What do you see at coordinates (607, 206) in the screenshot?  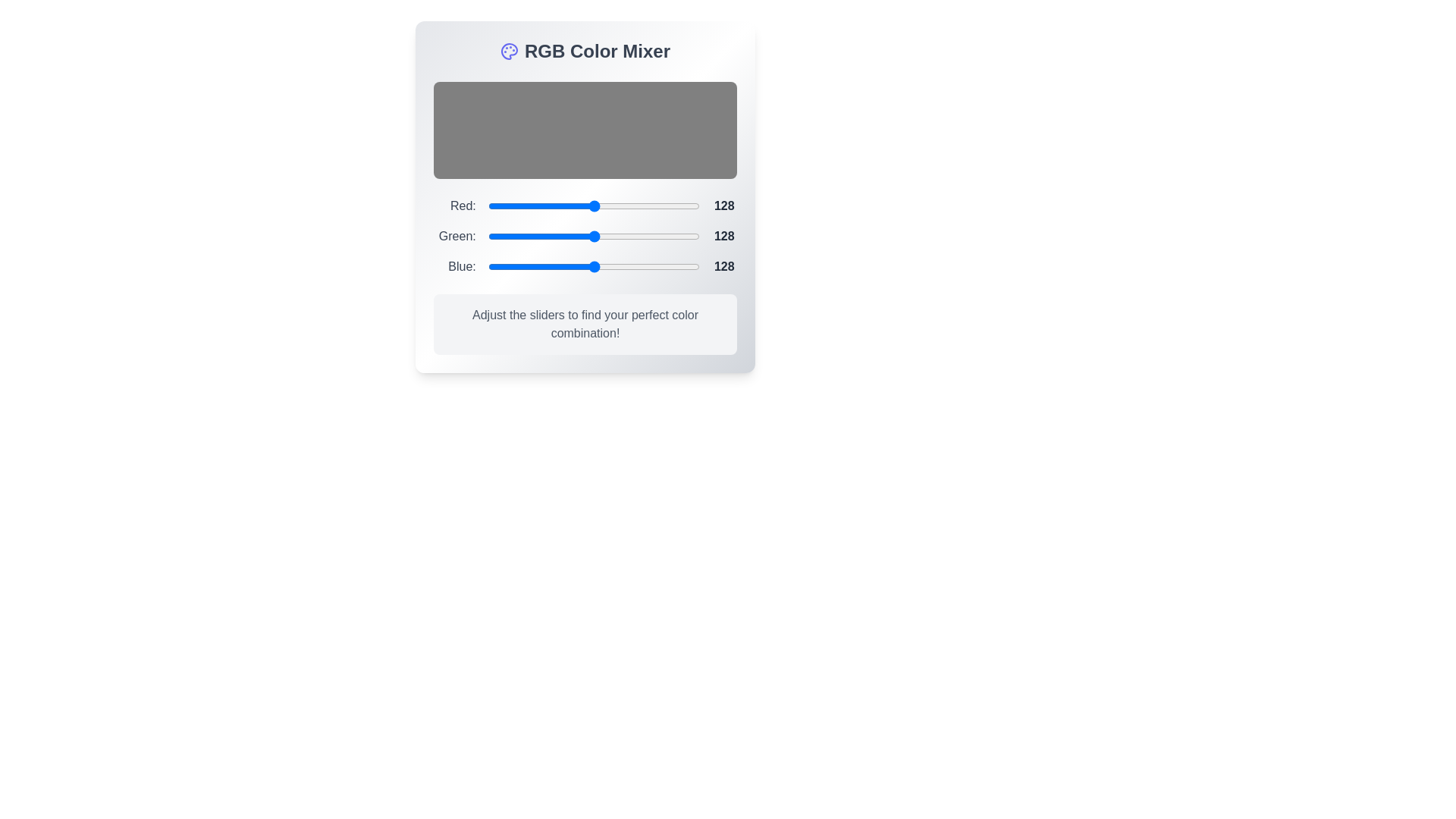 I see `the 0 slider to a value of 31` at bounding box center [607, 206].